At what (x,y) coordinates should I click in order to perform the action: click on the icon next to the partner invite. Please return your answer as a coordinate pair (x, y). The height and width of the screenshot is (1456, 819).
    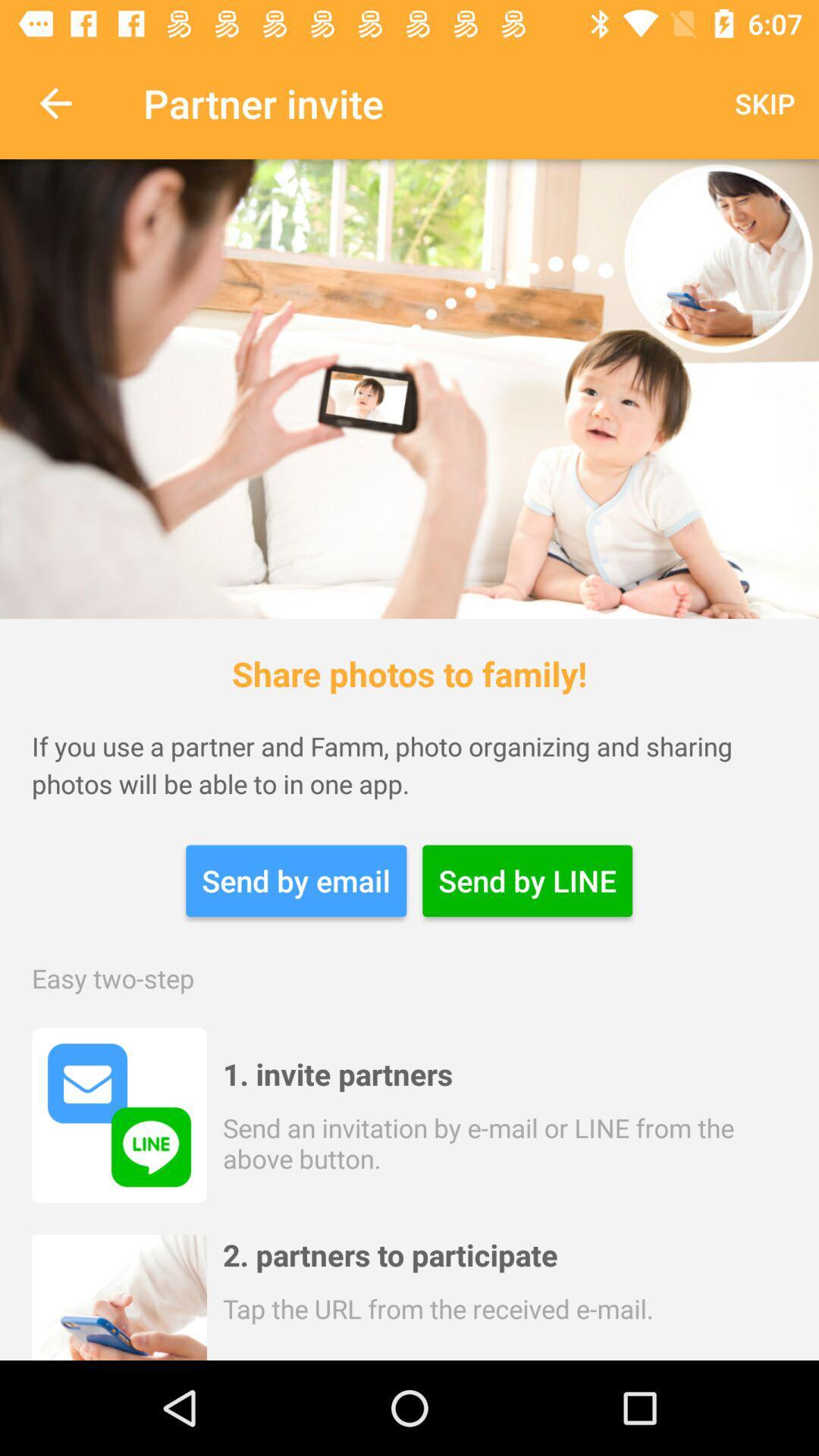
    Looking at the image, I should click on (764, 102).